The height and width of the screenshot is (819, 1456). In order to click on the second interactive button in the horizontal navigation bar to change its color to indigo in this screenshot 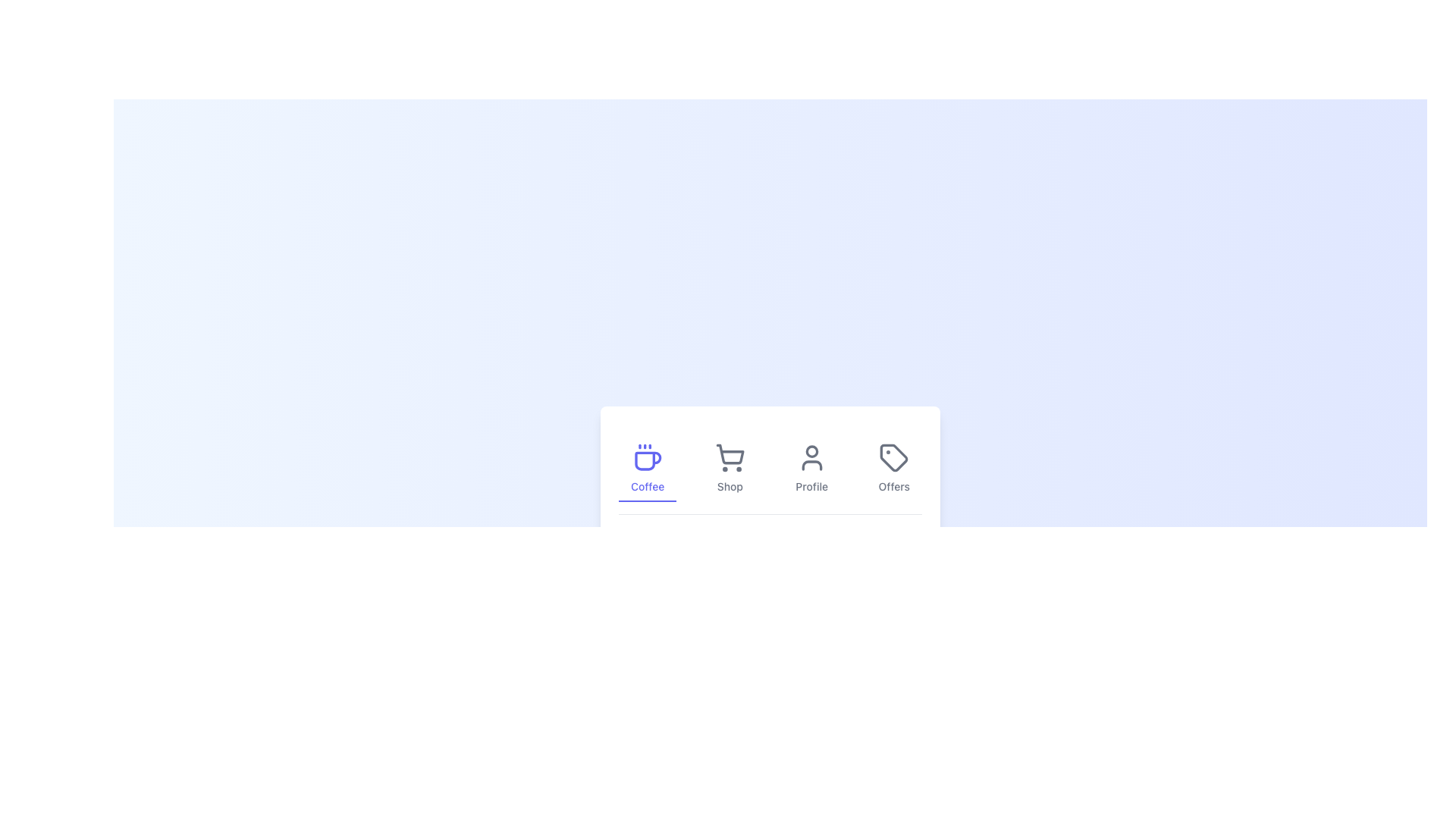, I will do `click(730, 468)`.